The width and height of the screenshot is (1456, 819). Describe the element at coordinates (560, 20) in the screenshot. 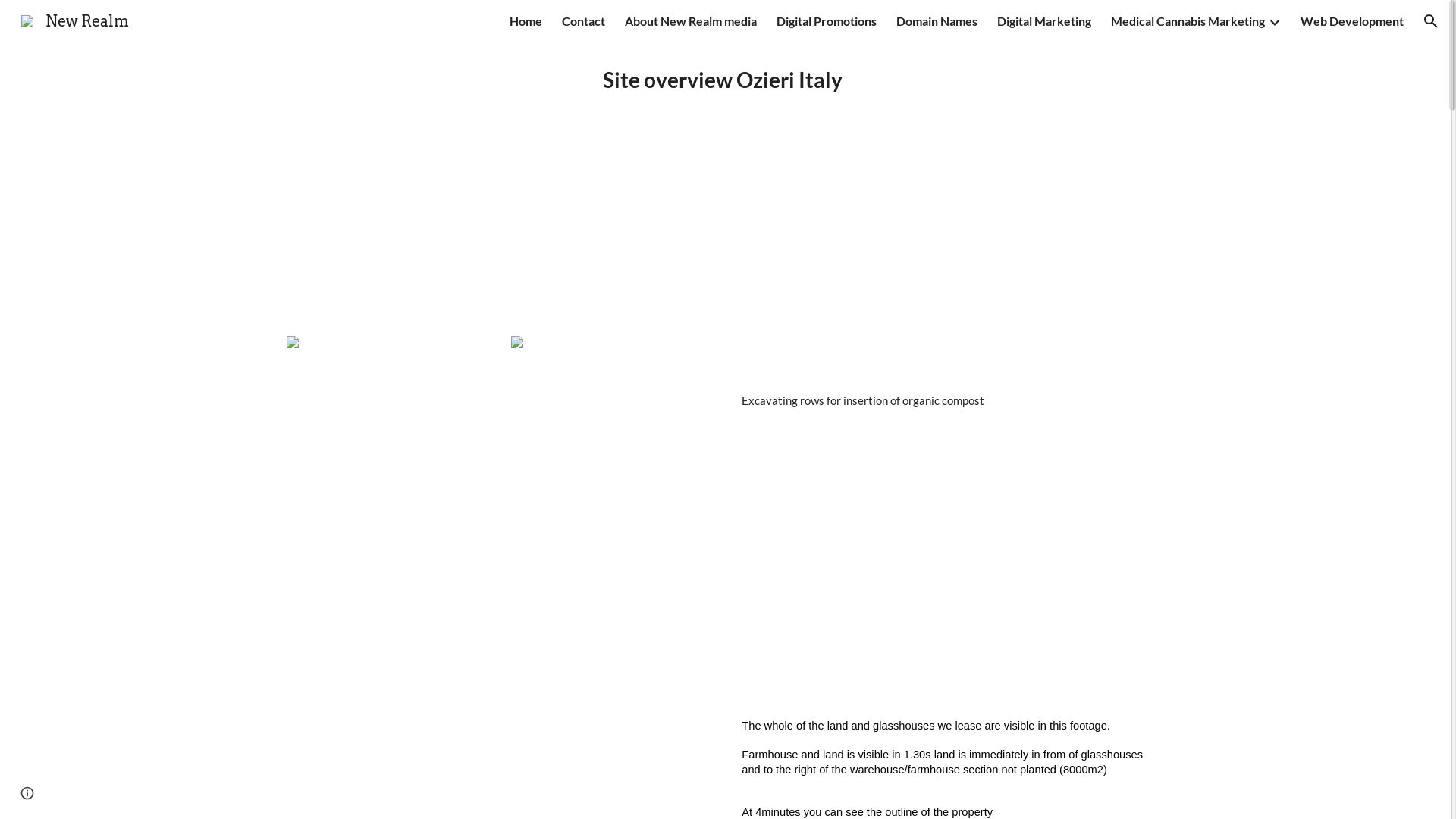

I see `'Contact'` at that location.